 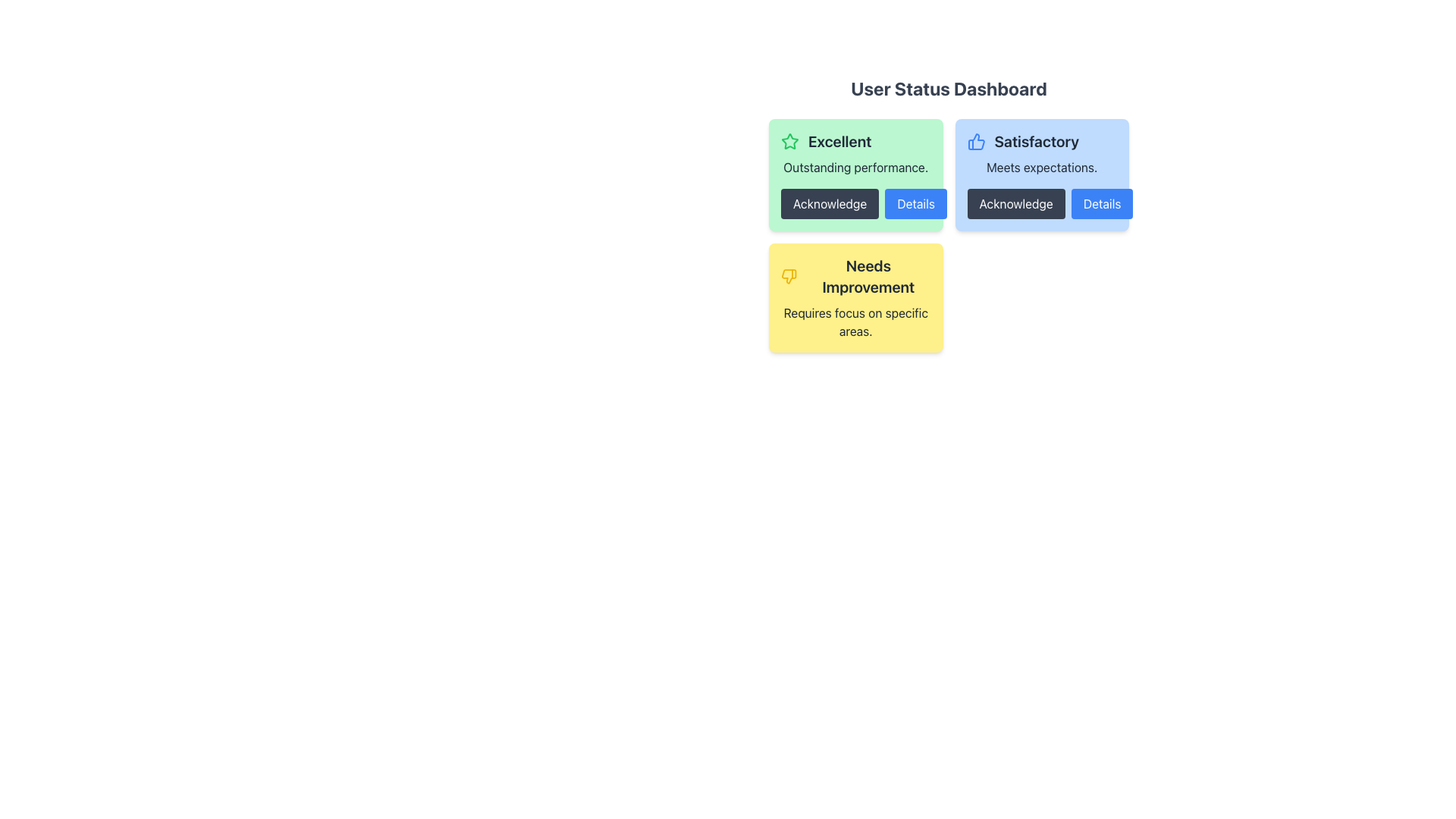 What do you see at coordinates (789, 141) in the screenshot?
I see `the star icon representing the 'Excellent' category in the User Status Dashboard, located in the top-left corner of the green card` at bounding box center [789, 141].